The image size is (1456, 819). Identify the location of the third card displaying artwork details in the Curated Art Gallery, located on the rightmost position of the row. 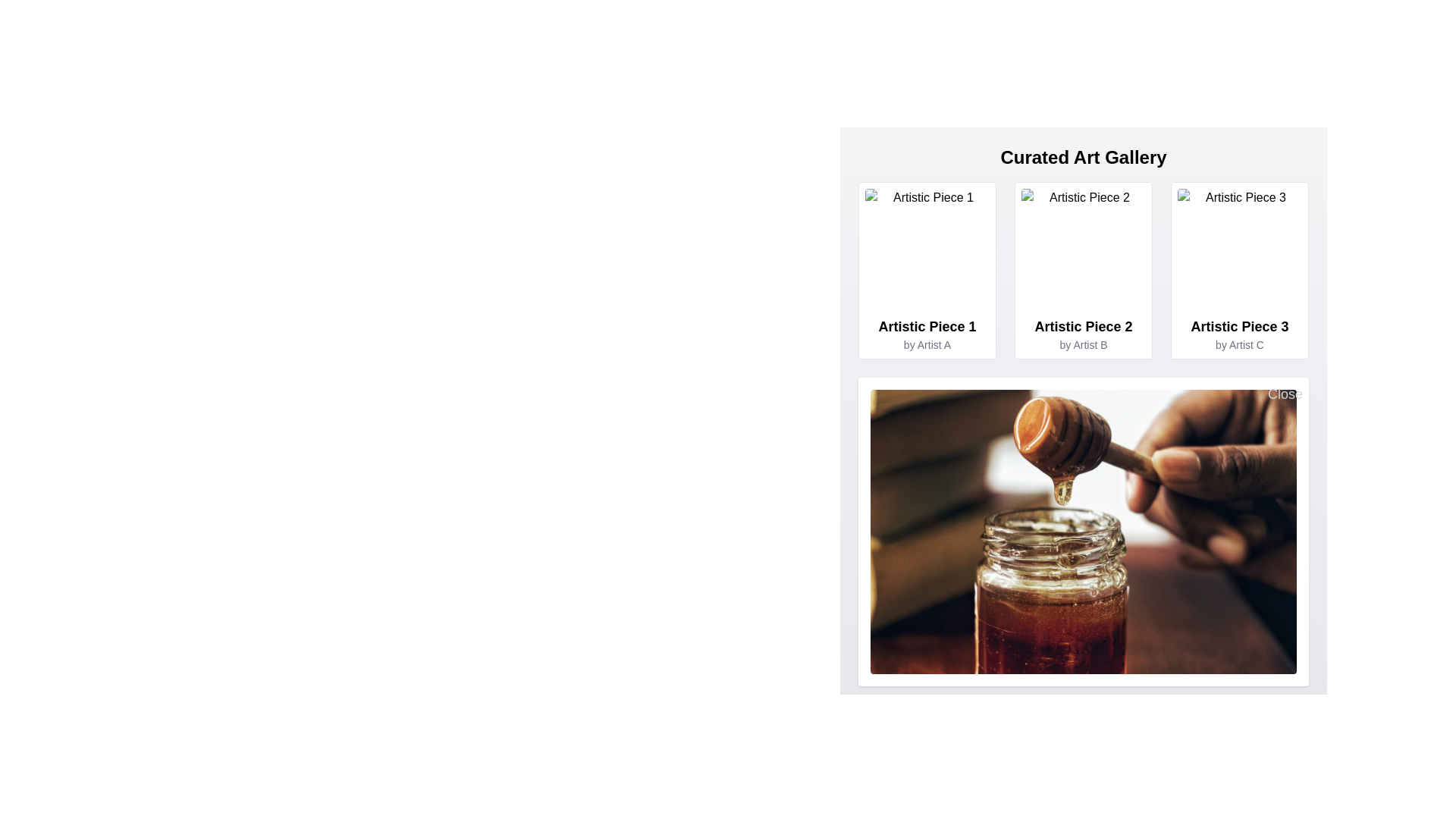
(1240, 270).